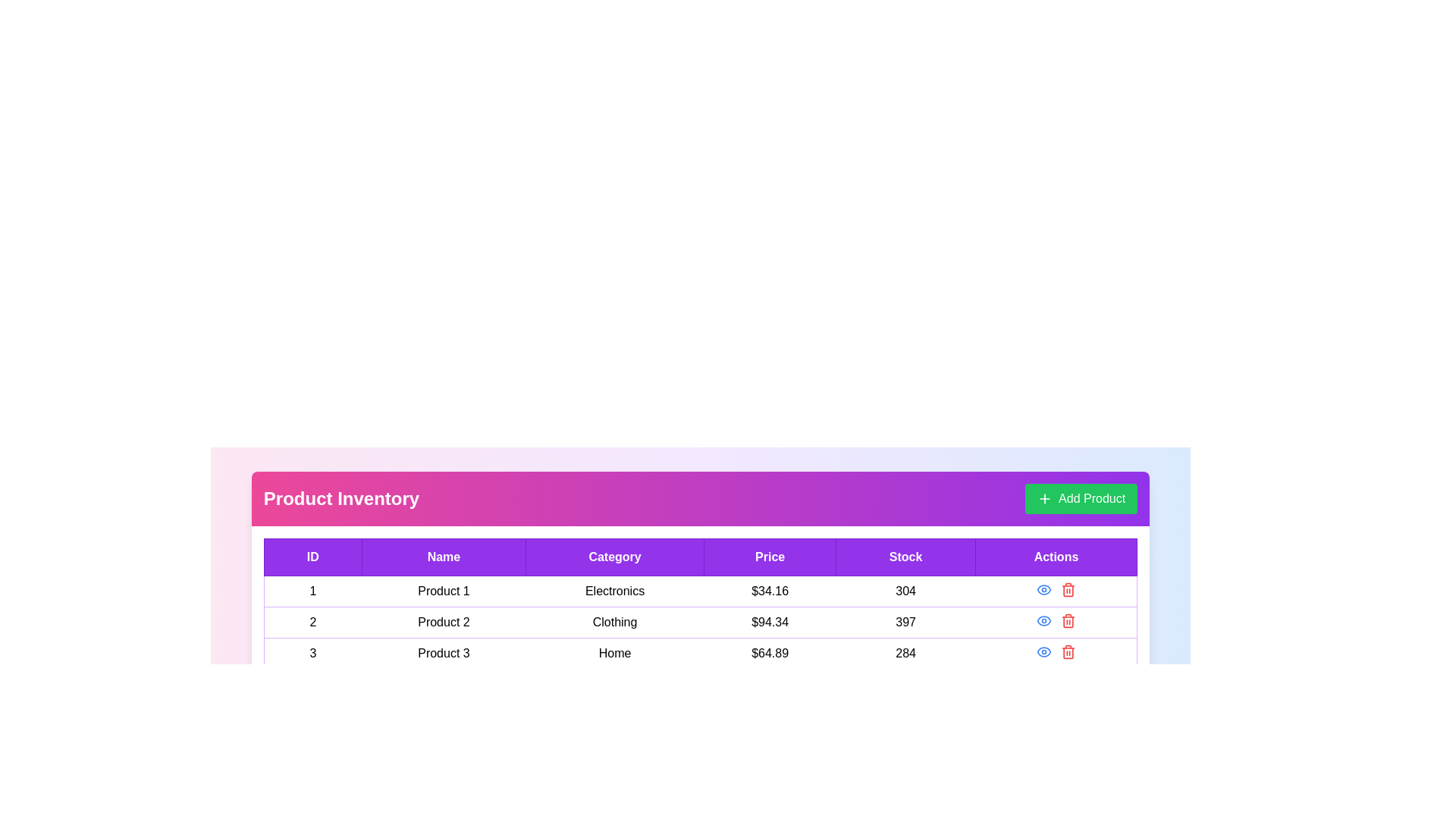 Image resolution: width=1456 pixels, height=819 pixels. I want to click on the 'Add Product' button to initiate adding a new product, so click(1080, 499).